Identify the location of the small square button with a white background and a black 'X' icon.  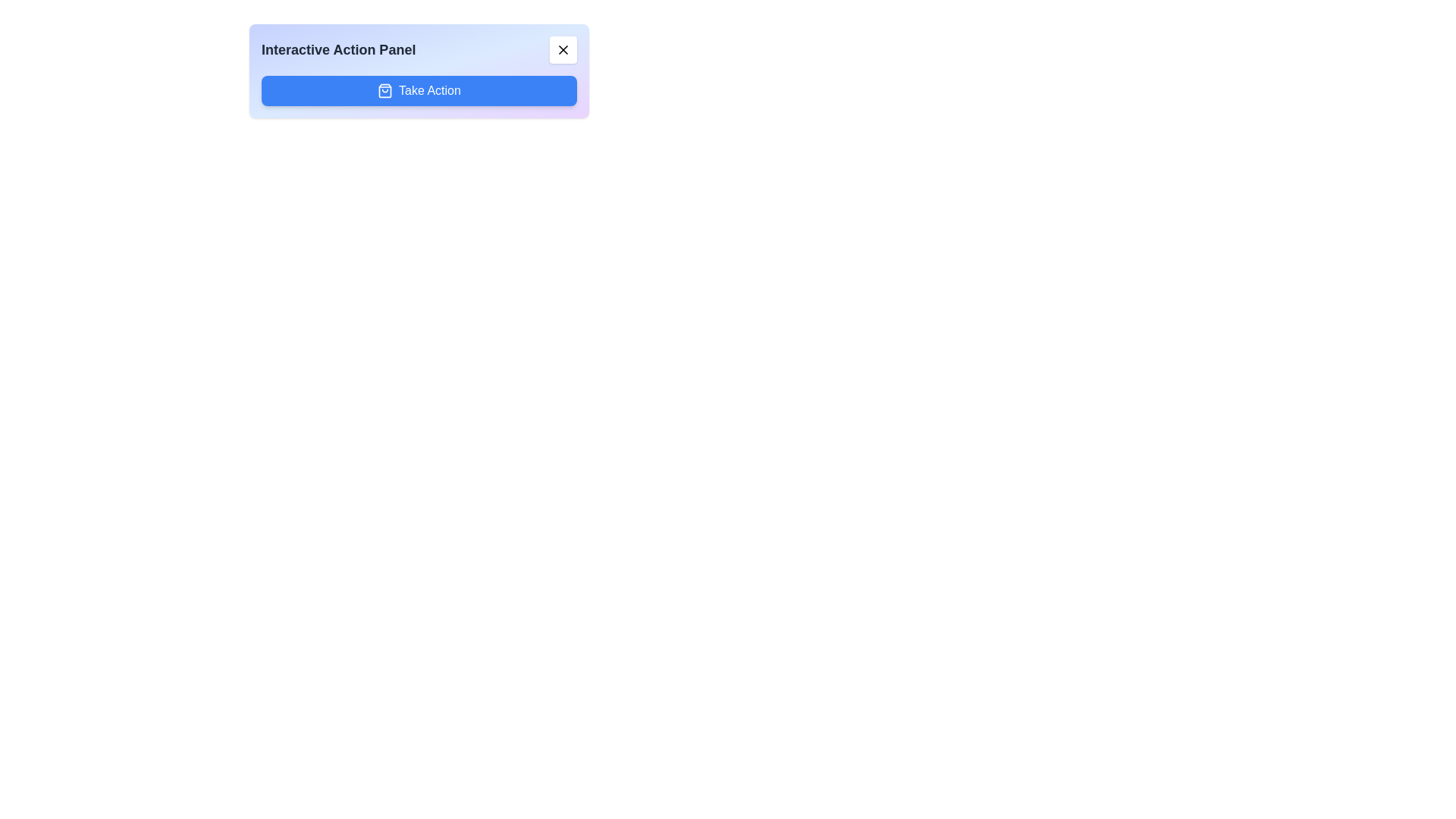
(563, 49).